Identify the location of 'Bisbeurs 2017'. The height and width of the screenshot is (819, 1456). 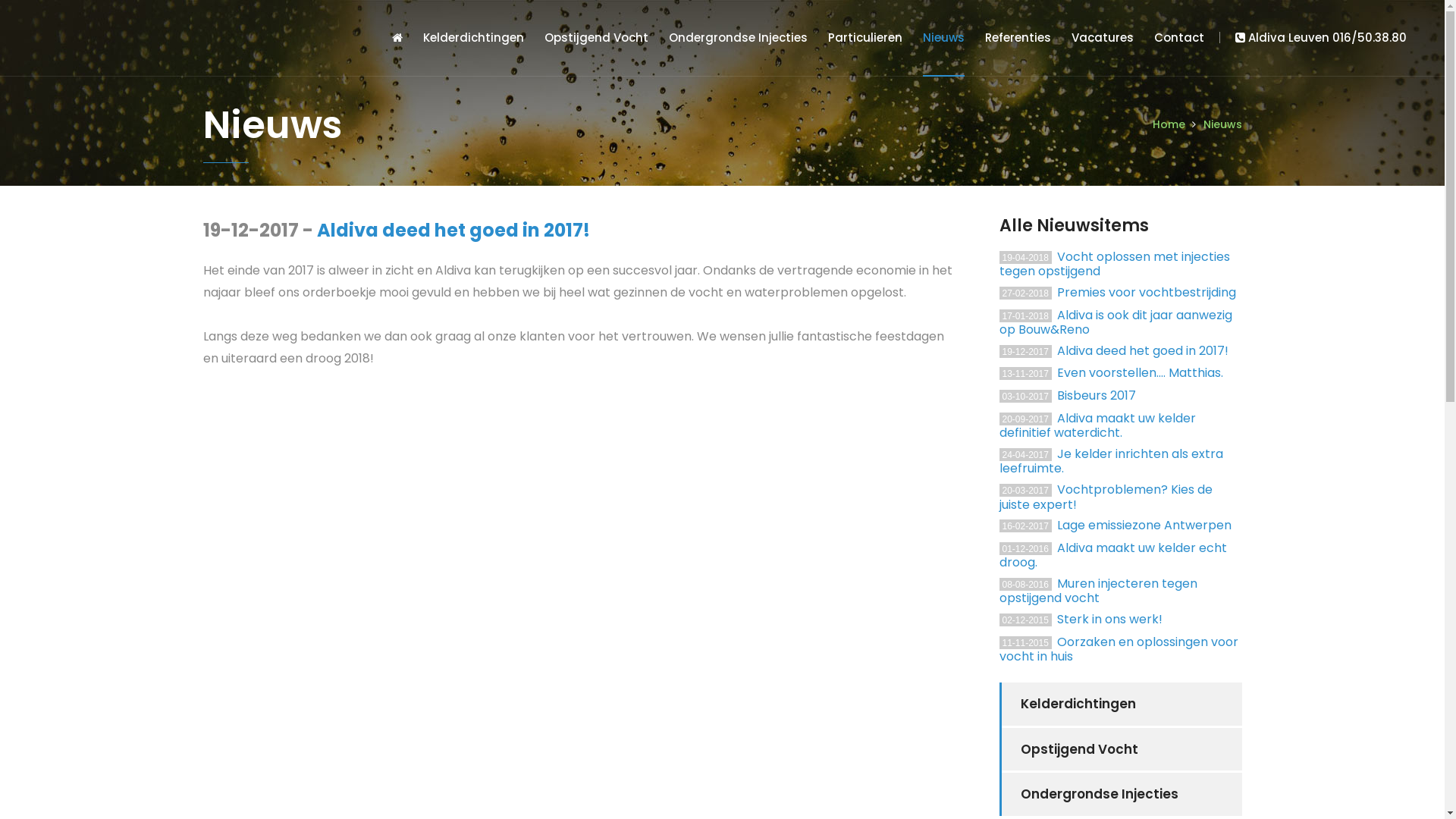
(1096, 394).